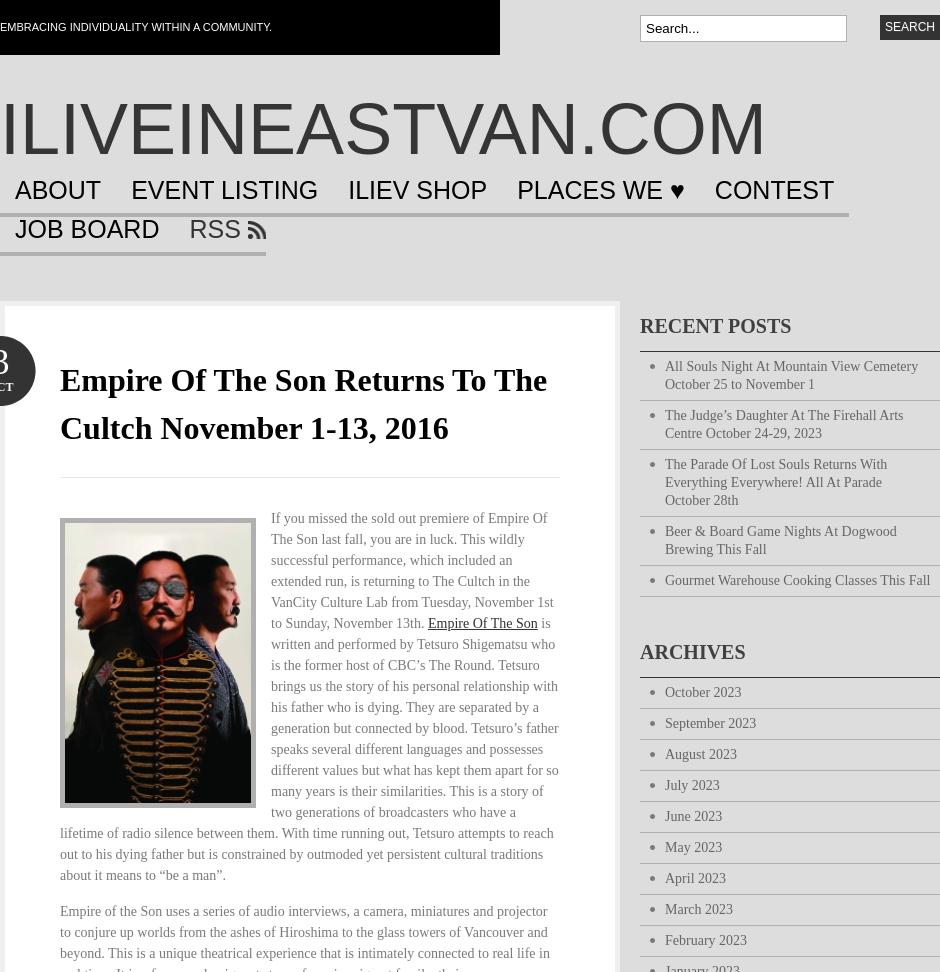 The image size is (940, 972). I want to click on 'August 2023', so click(664, 754).